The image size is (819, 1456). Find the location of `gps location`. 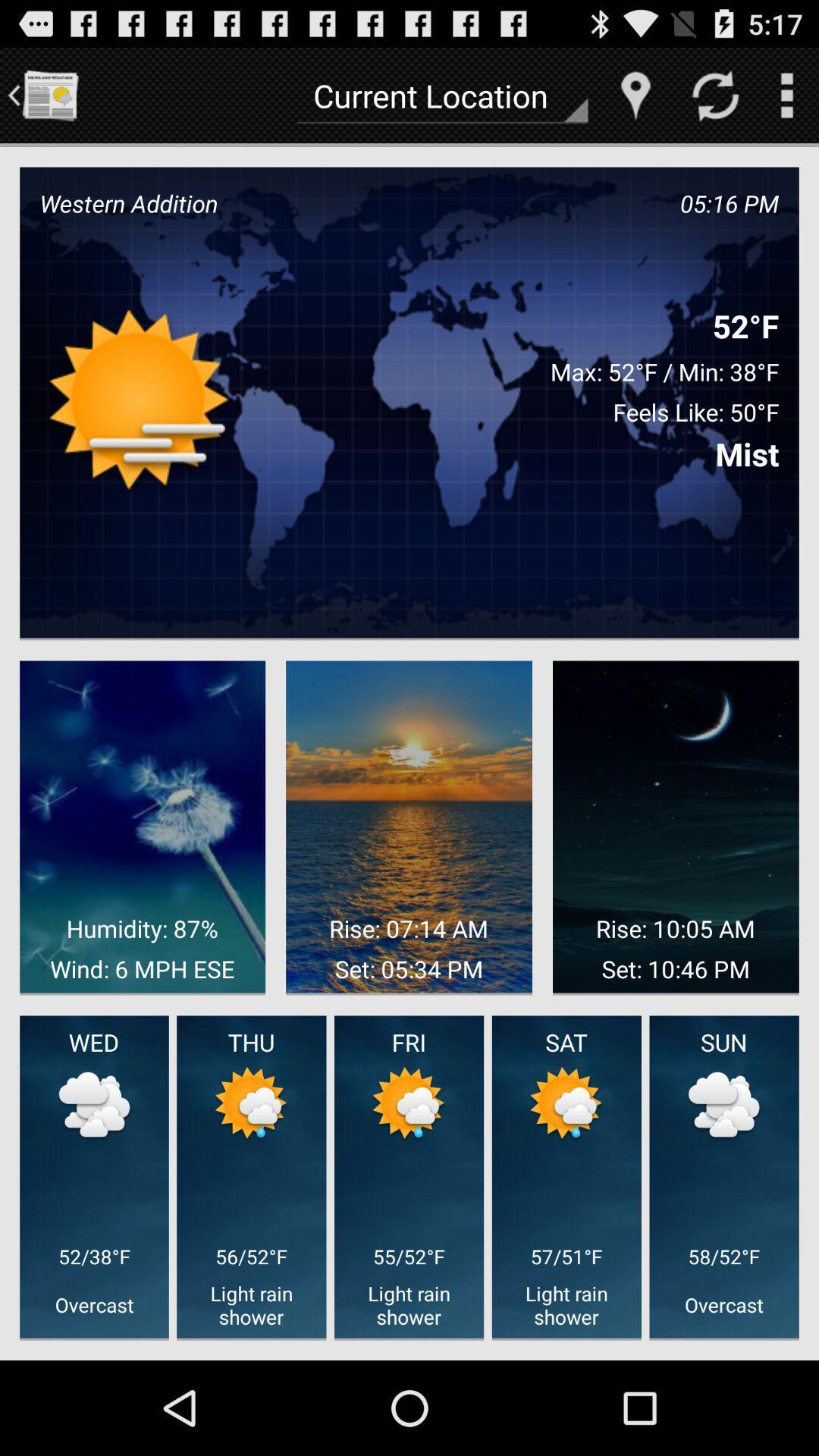

gps location is located at coordinates (635, 94).